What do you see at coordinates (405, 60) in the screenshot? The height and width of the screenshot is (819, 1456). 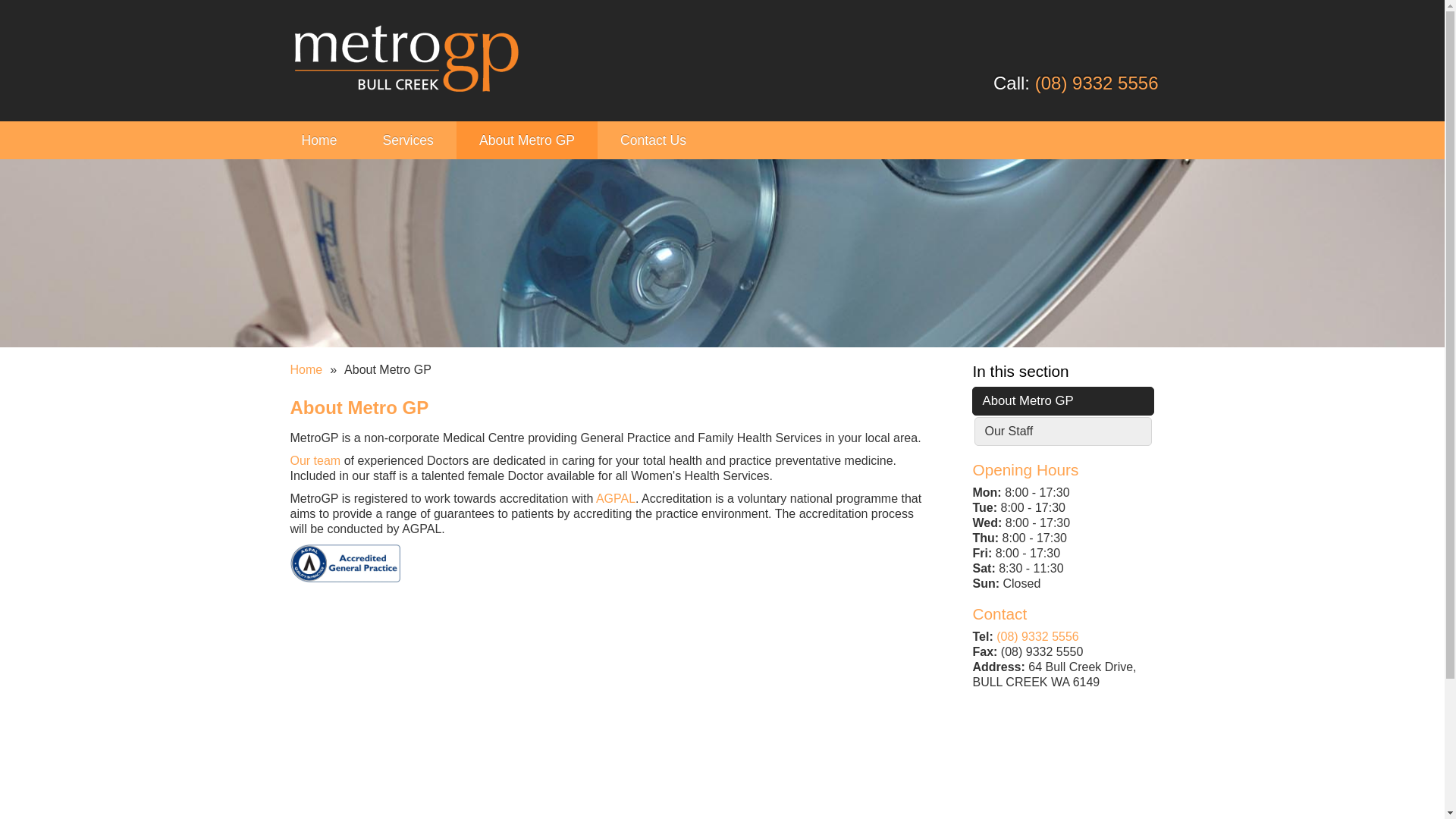 I see `'Metro GP'` at bounding box center [405, 60].